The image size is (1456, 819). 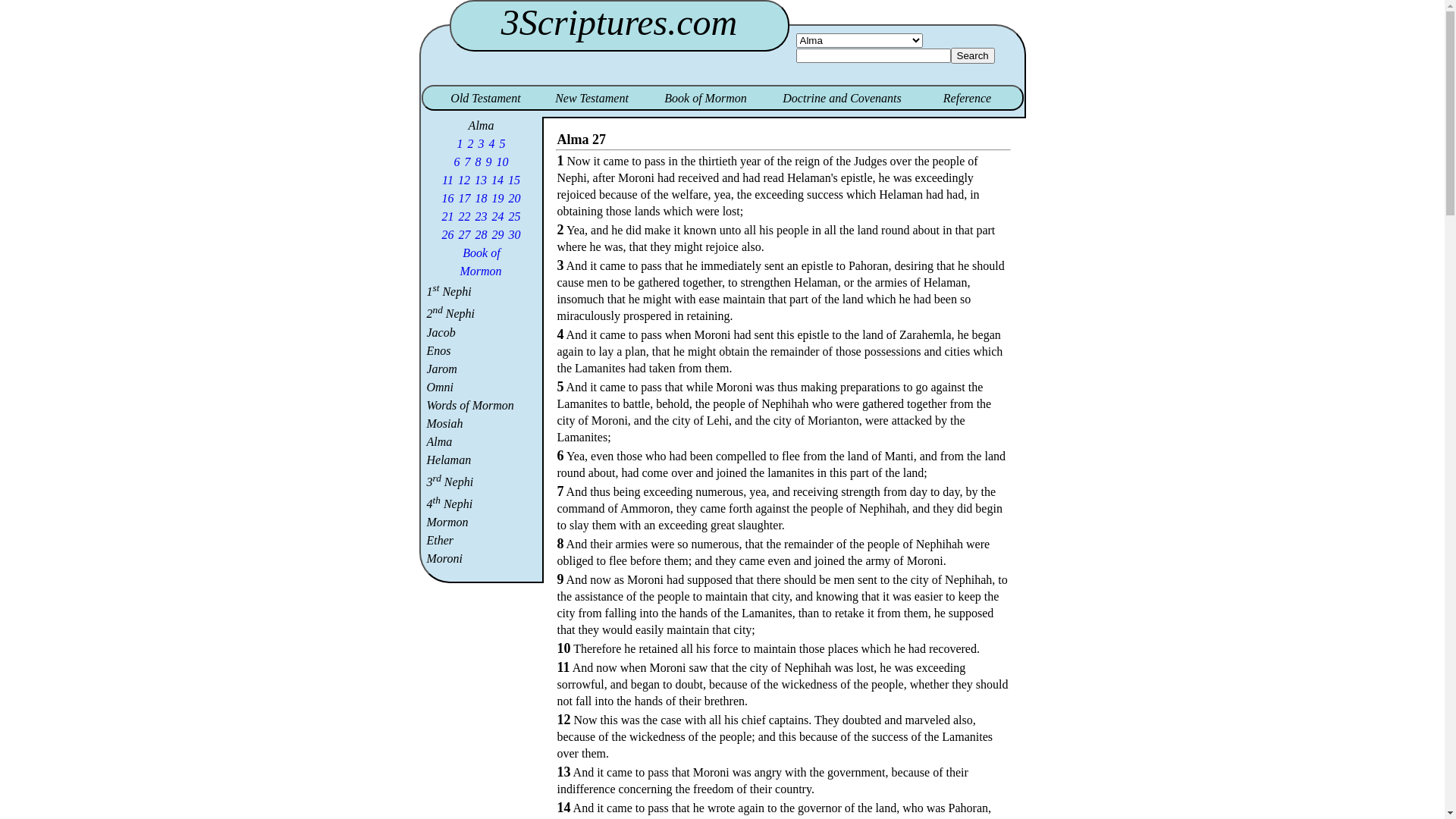 I want to click on '29', so click(x=498, y=234).